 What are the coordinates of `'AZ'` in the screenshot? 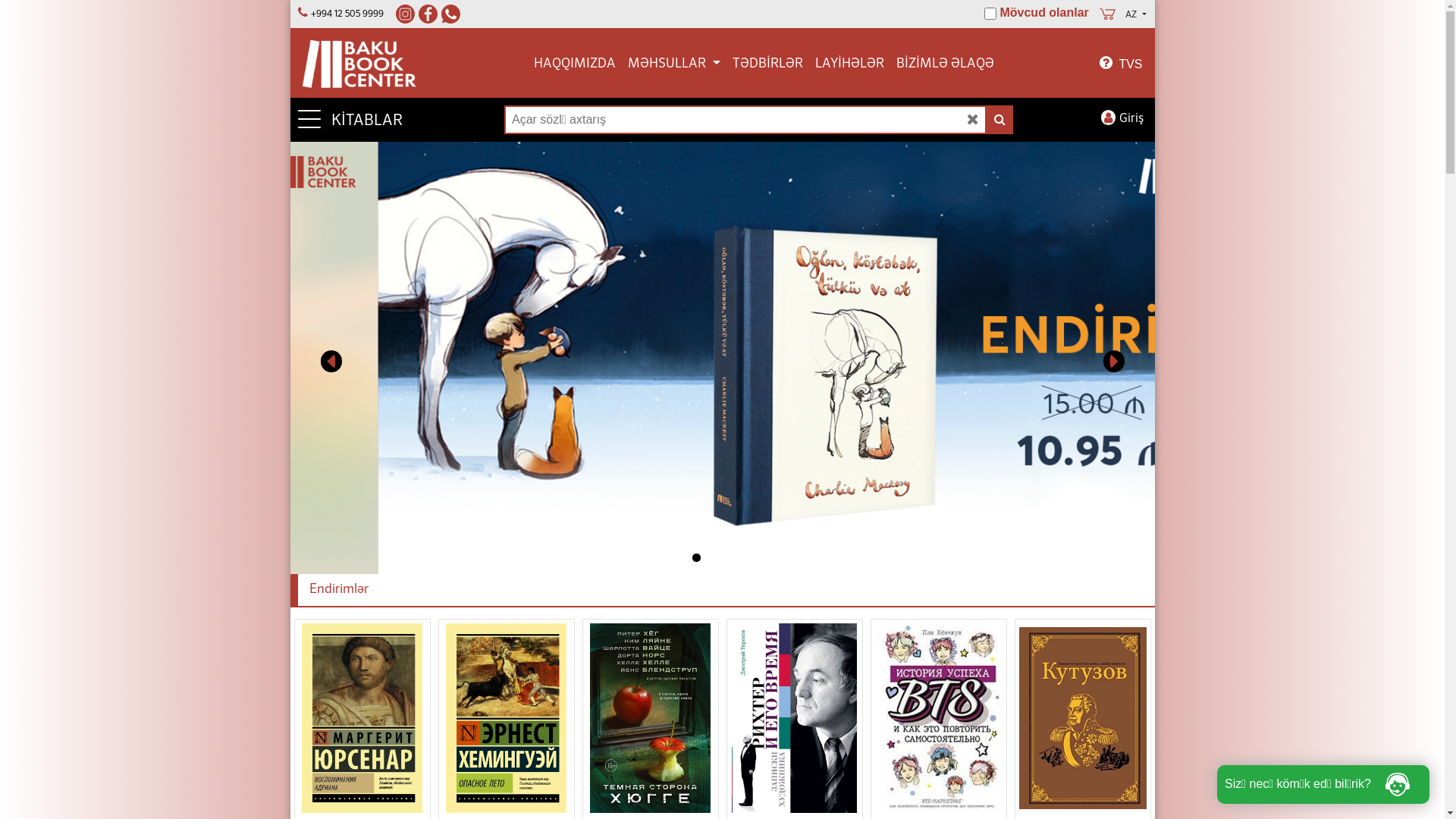 It's located at (1135, 14).